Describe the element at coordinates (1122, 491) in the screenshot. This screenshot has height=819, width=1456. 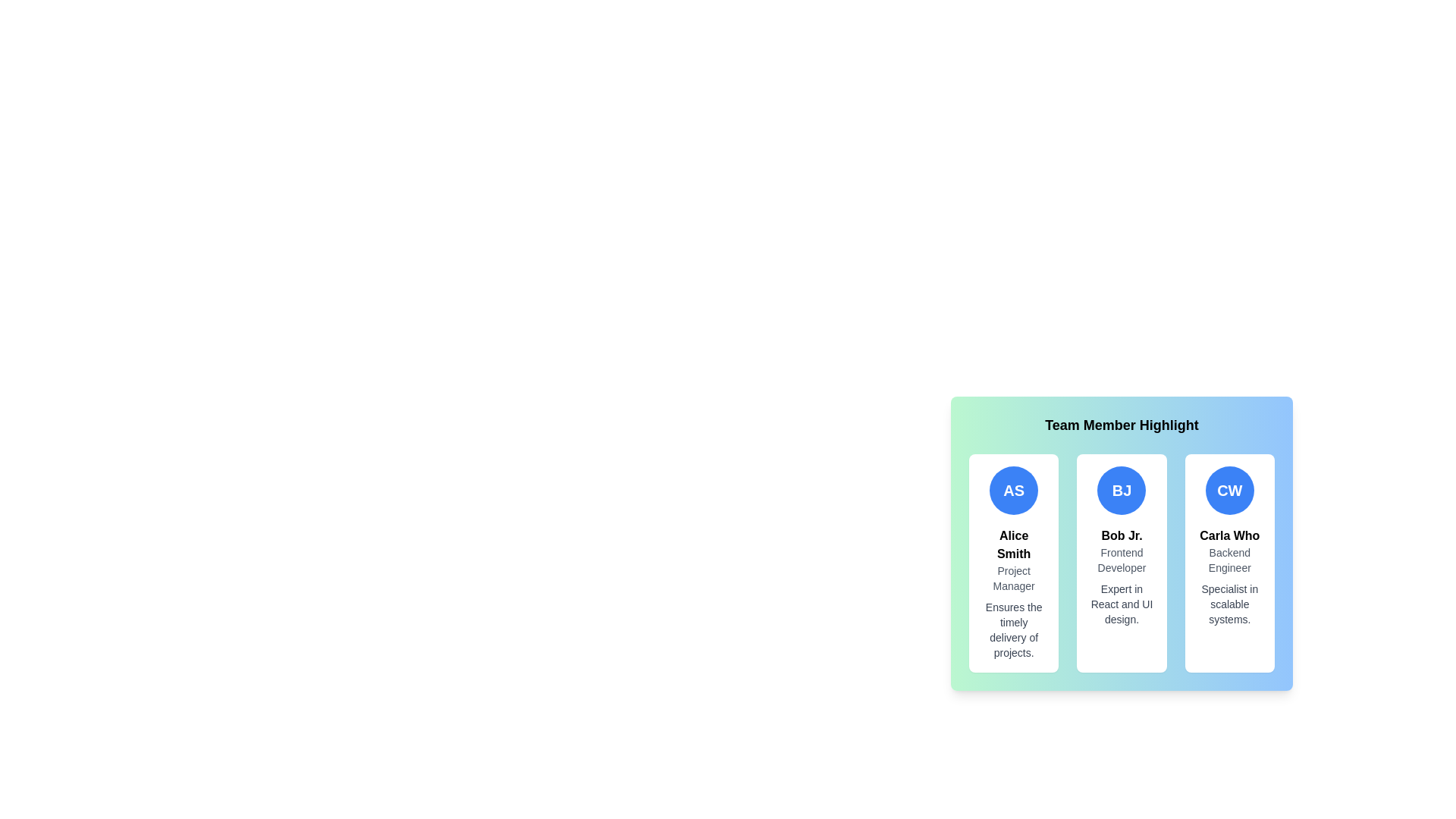
I see `the Circular Badge featuring bold white text 'BJ' on a blue background, located at the top of the profile card` at that location.